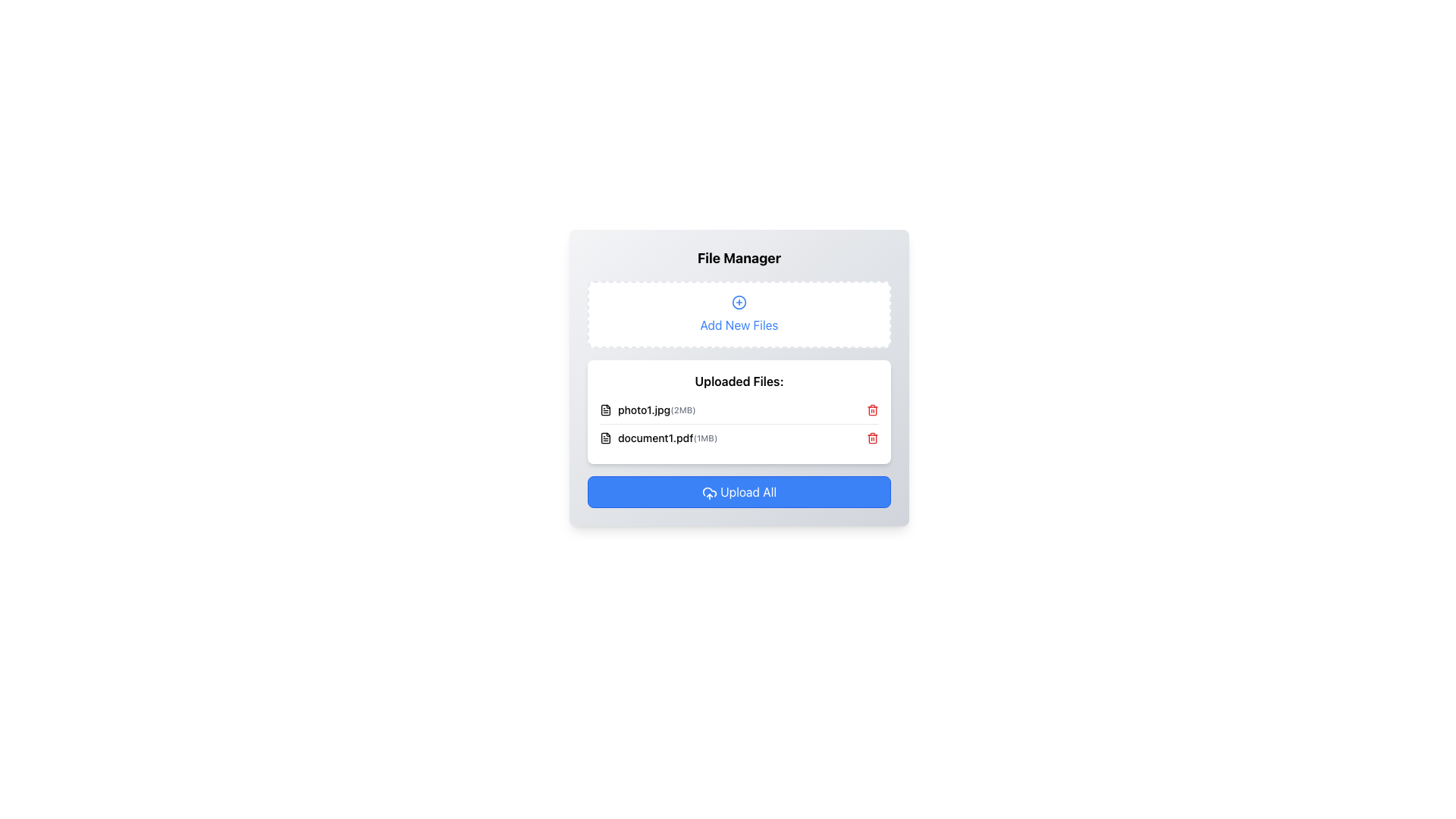 The height and width of the screenshot is (819, 1456). I want to click on the bold text label reading 'Uploaded Files:' located at the top of the content card that lists uploaded files, so click(739, 380).